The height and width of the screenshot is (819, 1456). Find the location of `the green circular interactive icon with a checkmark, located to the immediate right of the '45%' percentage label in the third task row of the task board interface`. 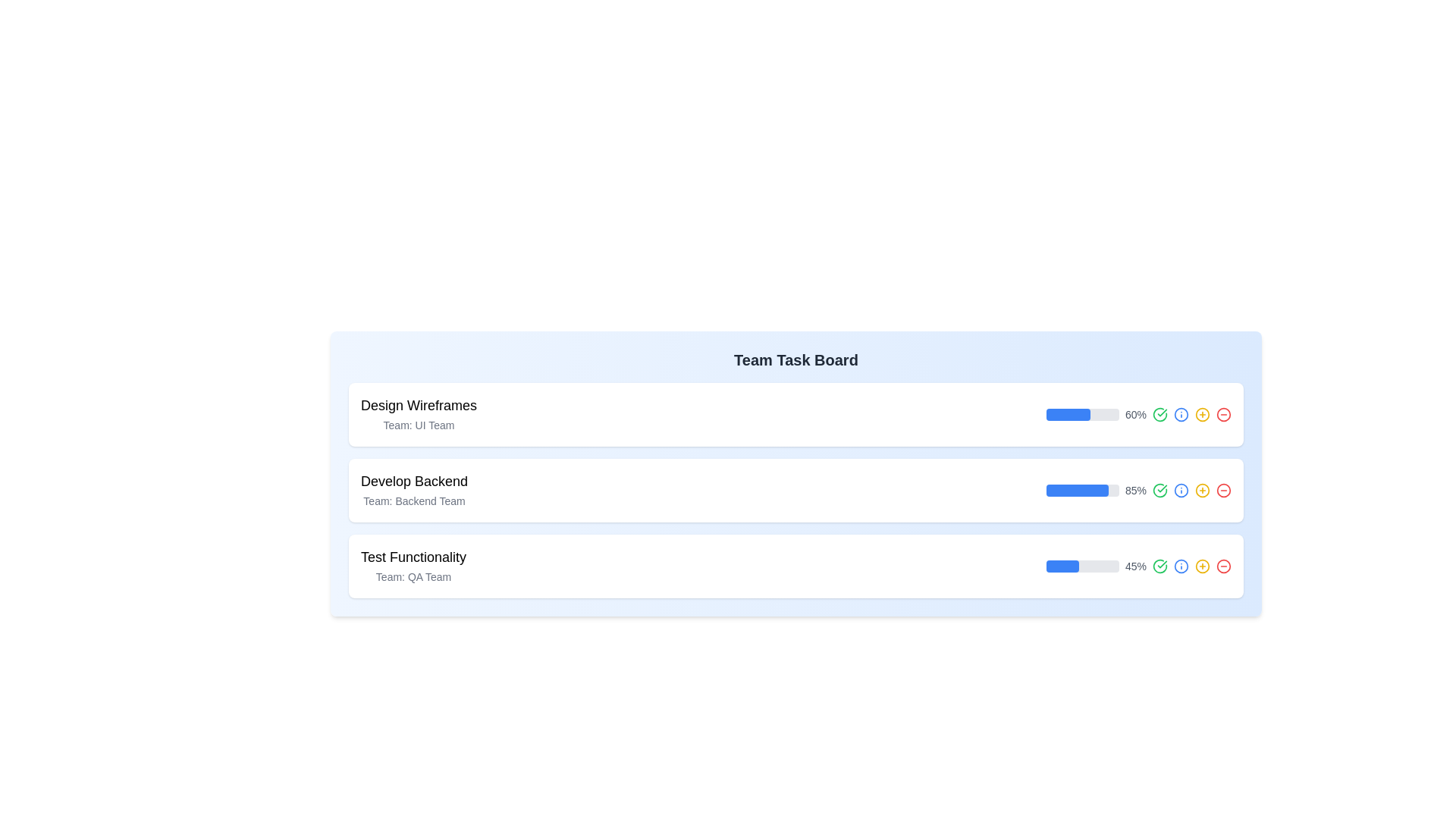

the green circular interactive icon with a checkmark, located to the immediate right of the '45%' percentage label in the third task row of the task board interface is located at coordinates (1159, 566).